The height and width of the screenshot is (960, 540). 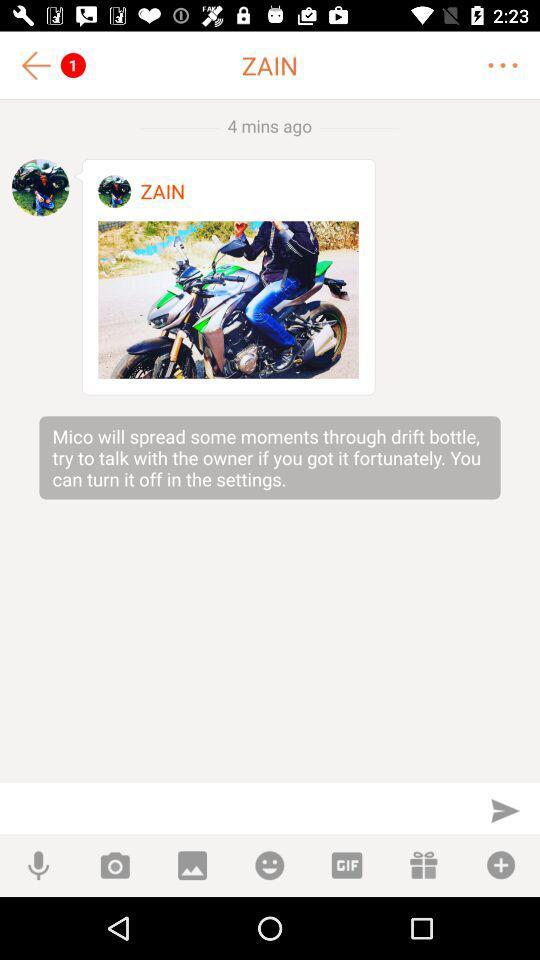 I want to click on display profile image, so click(x=40, y=187).